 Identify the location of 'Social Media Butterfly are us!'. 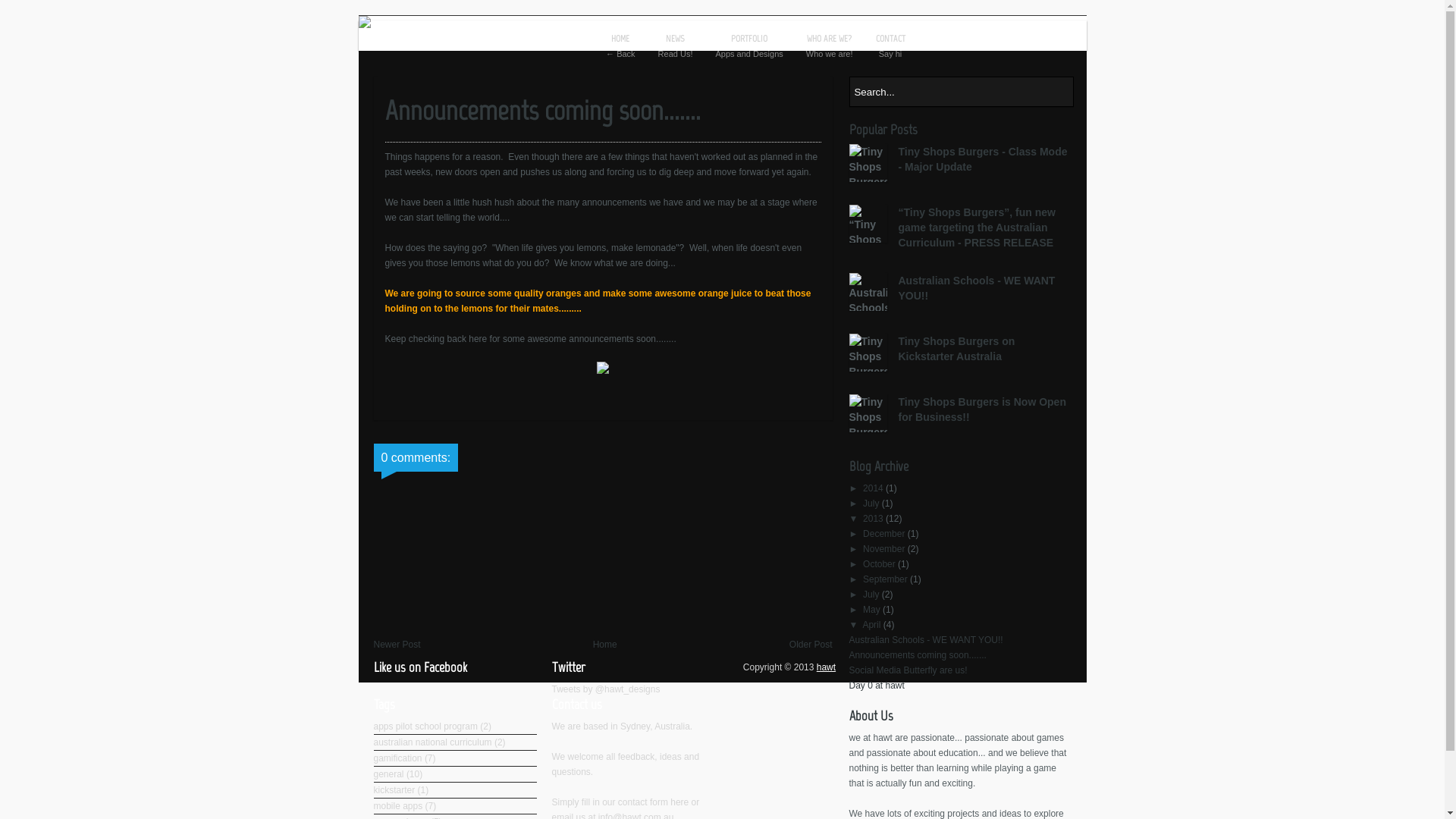
(848, 669).